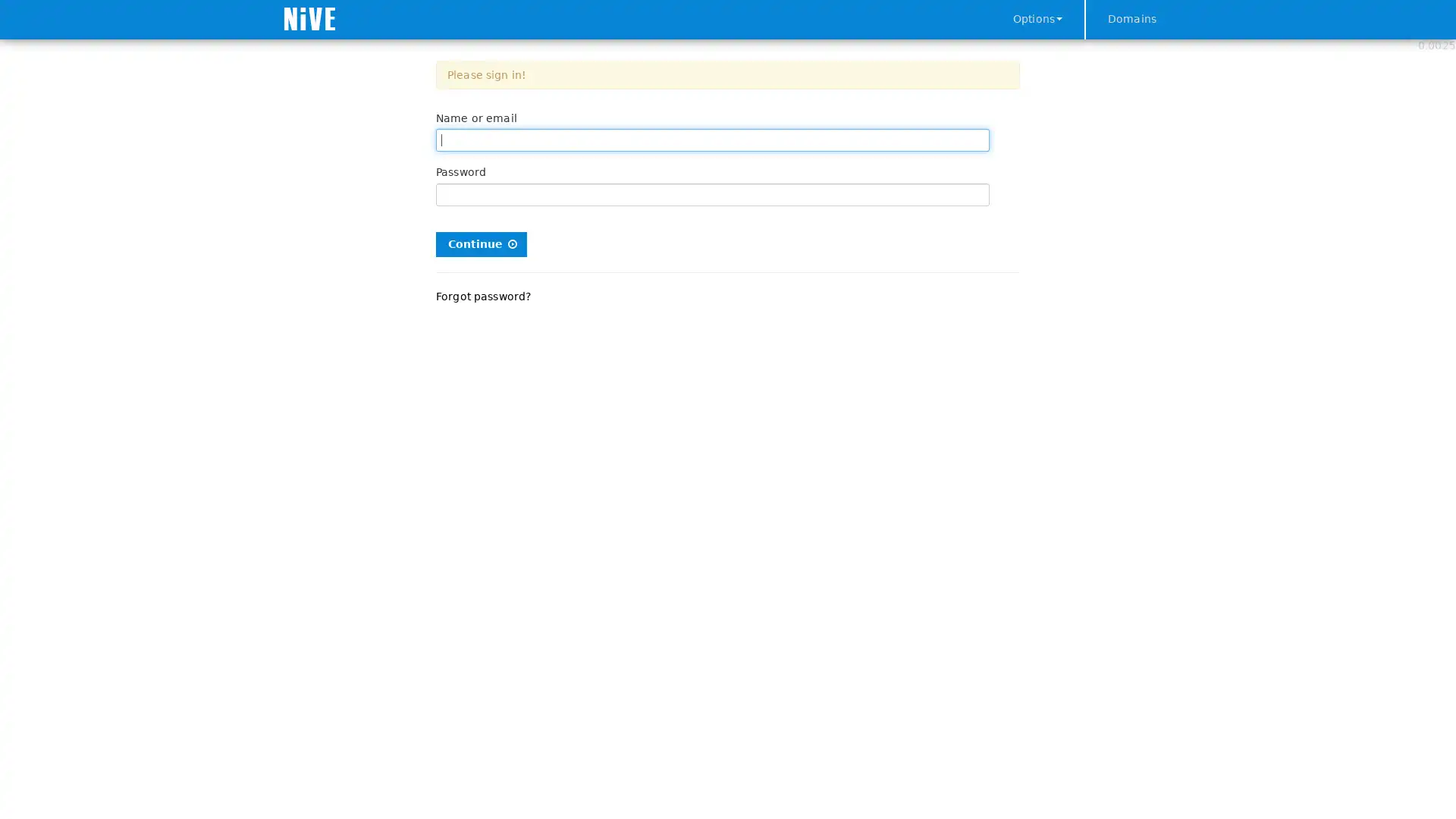 This screenshot has height=819, width=1456. What do you see at coordinates (480, 243) in the screenshot?
I see `Continue` at bounding box center [480, 243].